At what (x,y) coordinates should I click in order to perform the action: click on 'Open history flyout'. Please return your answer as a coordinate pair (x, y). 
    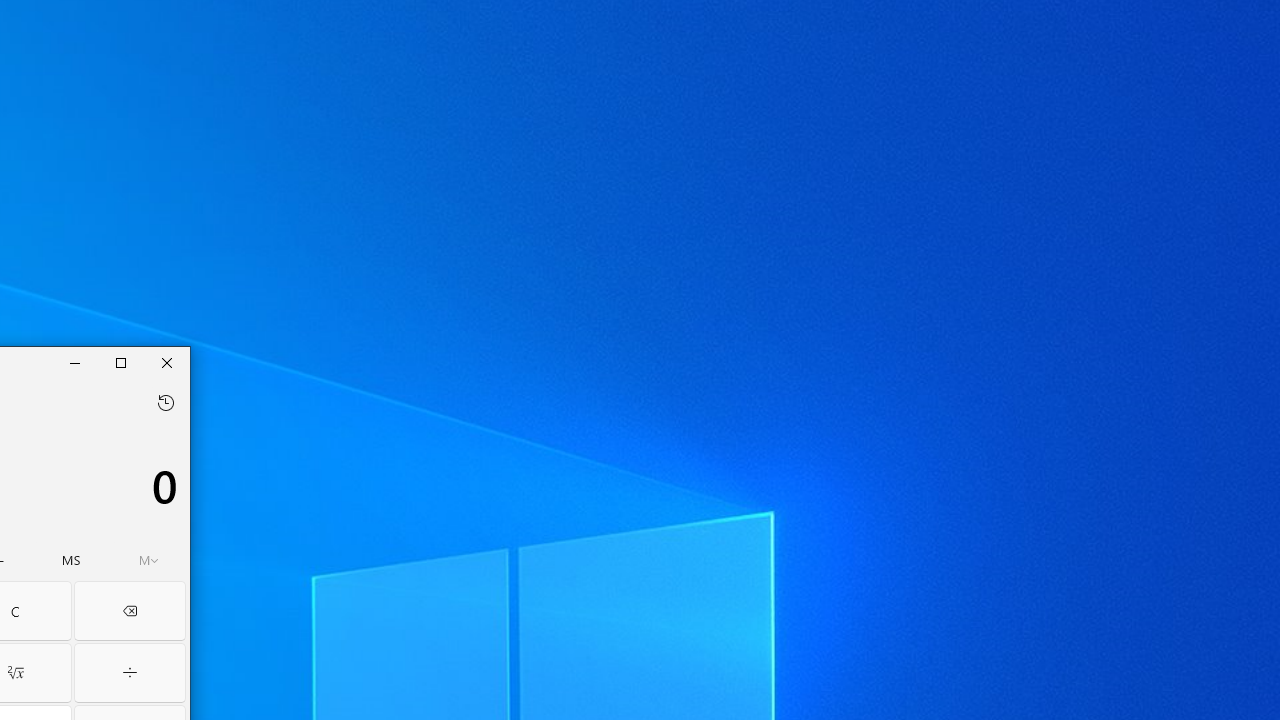
    Looking at the image, I should click on (165, 403).